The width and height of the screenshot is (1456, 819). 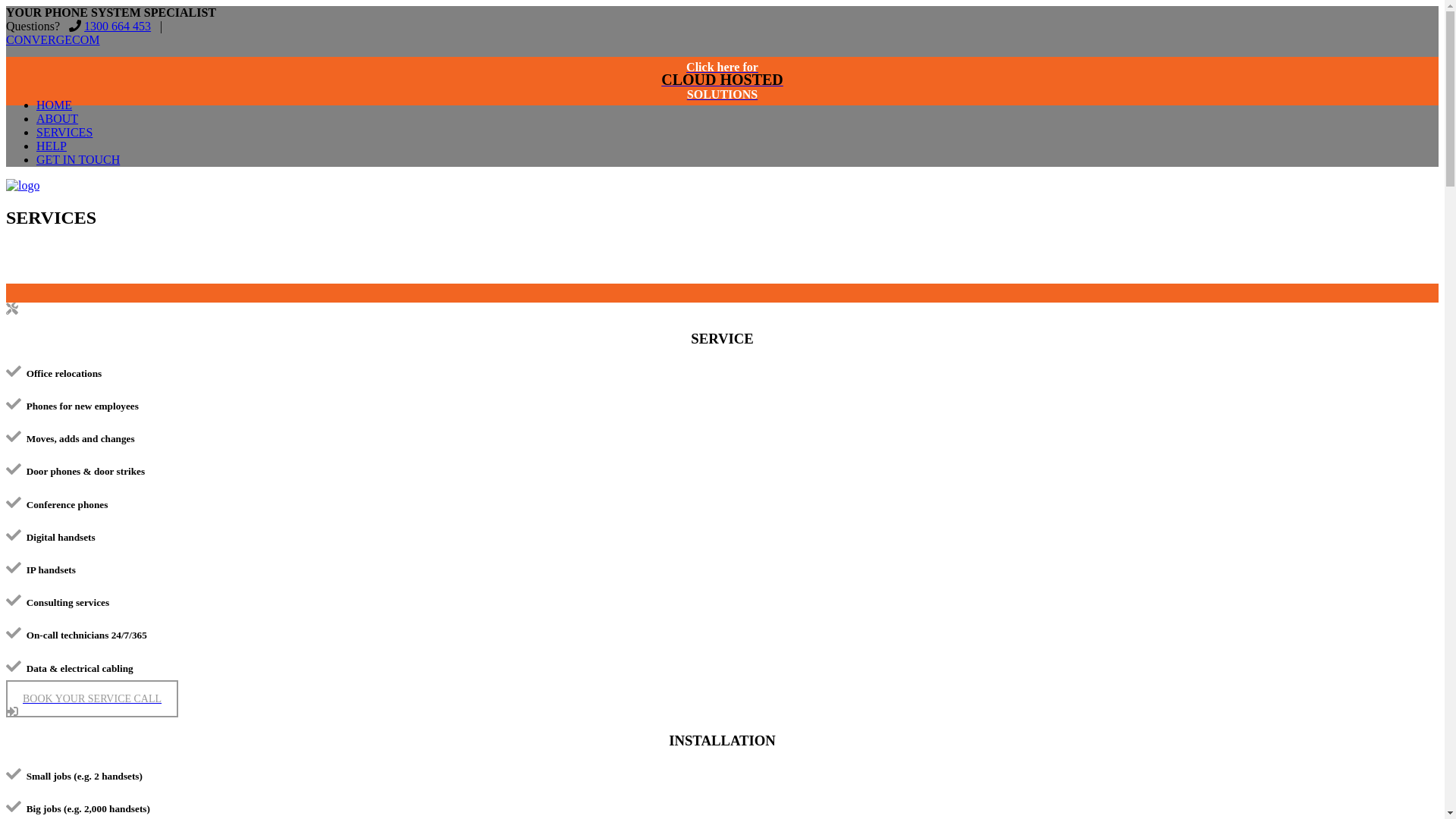 What do you see at coordinates (36, 159) in the screenshot?
I see `'GET IN TOUCH'` at bounding box center [36, 159].